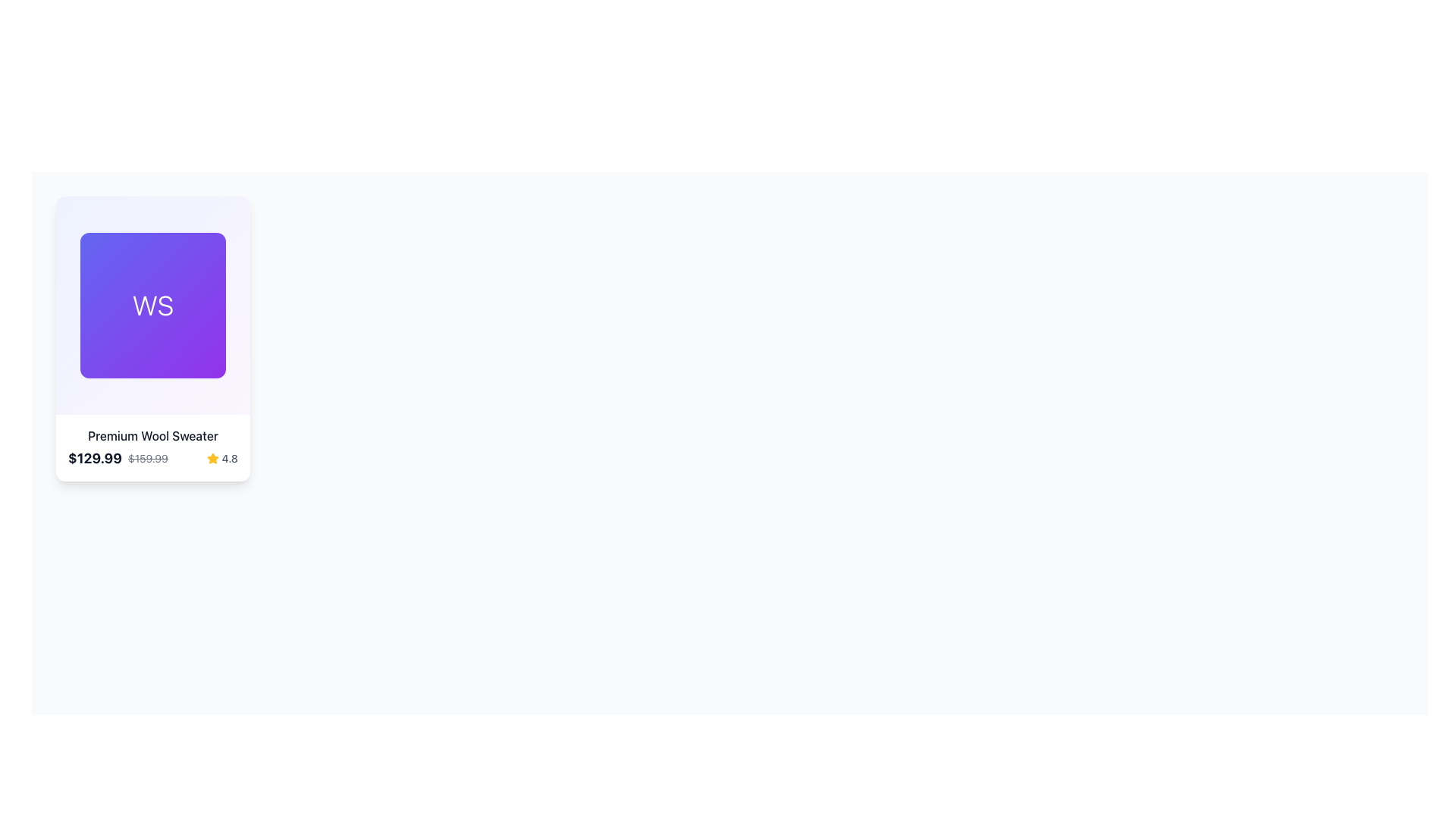 Image resolution: width=1456 pixels, height=819 pixels. I want to click on the star-shaped icon indicating a rating of 4.8 located in the lower right-hand corner of the card's contents, so click(212, 458).